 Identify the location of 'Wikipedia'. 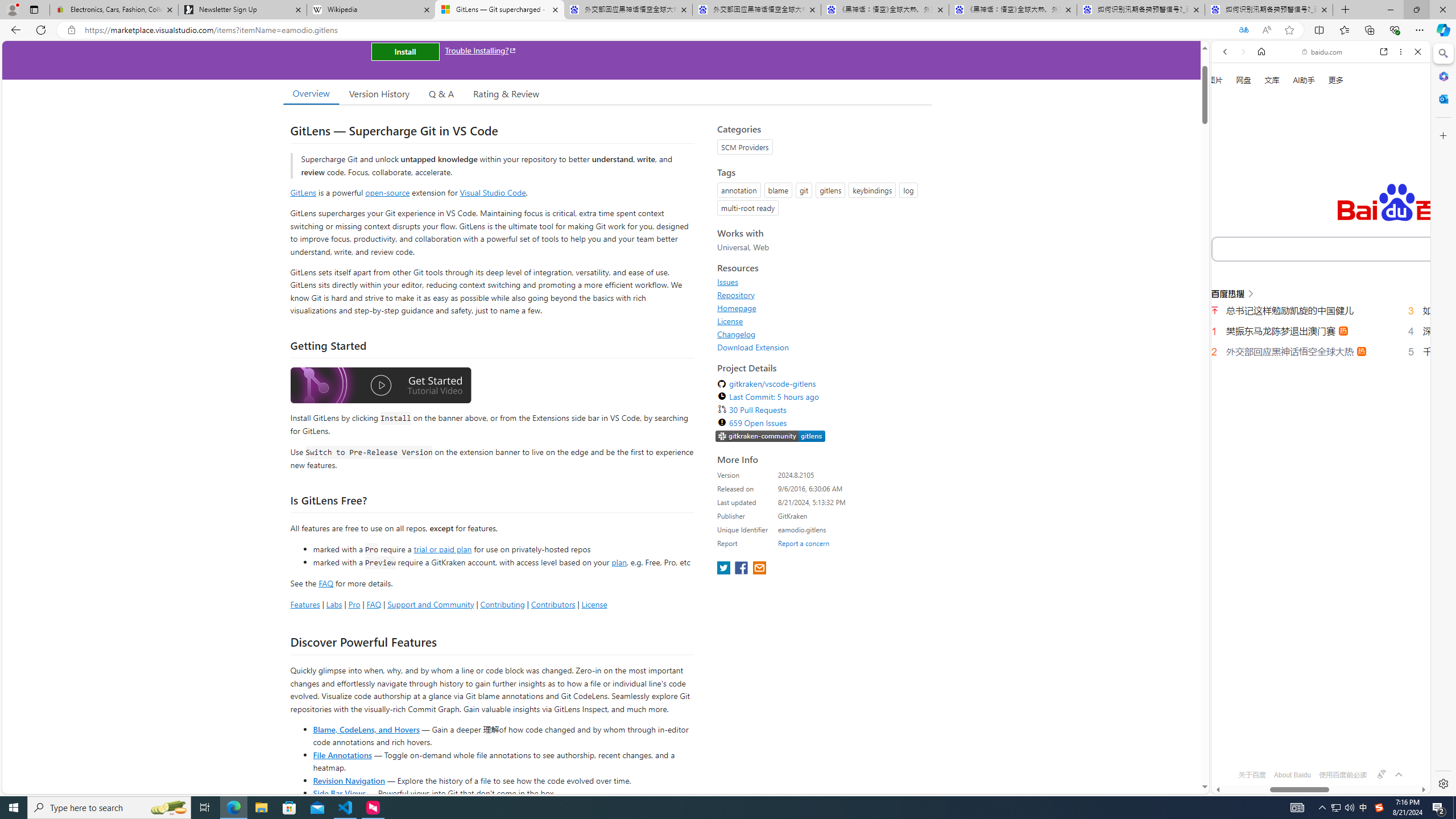
(370, 9).